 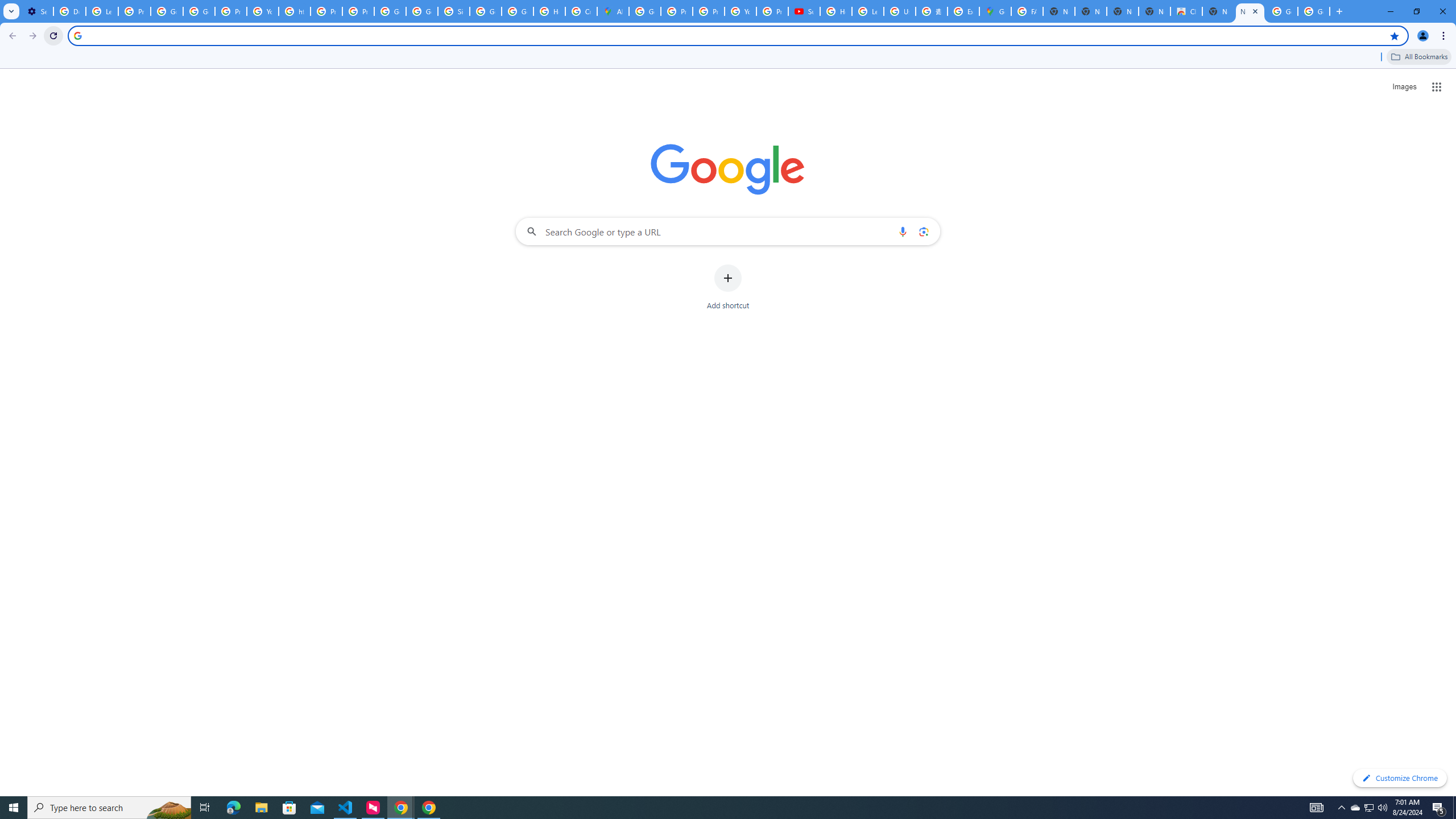 I want to click on 'https://scholar.google.com/', so click(x=294, y=11).